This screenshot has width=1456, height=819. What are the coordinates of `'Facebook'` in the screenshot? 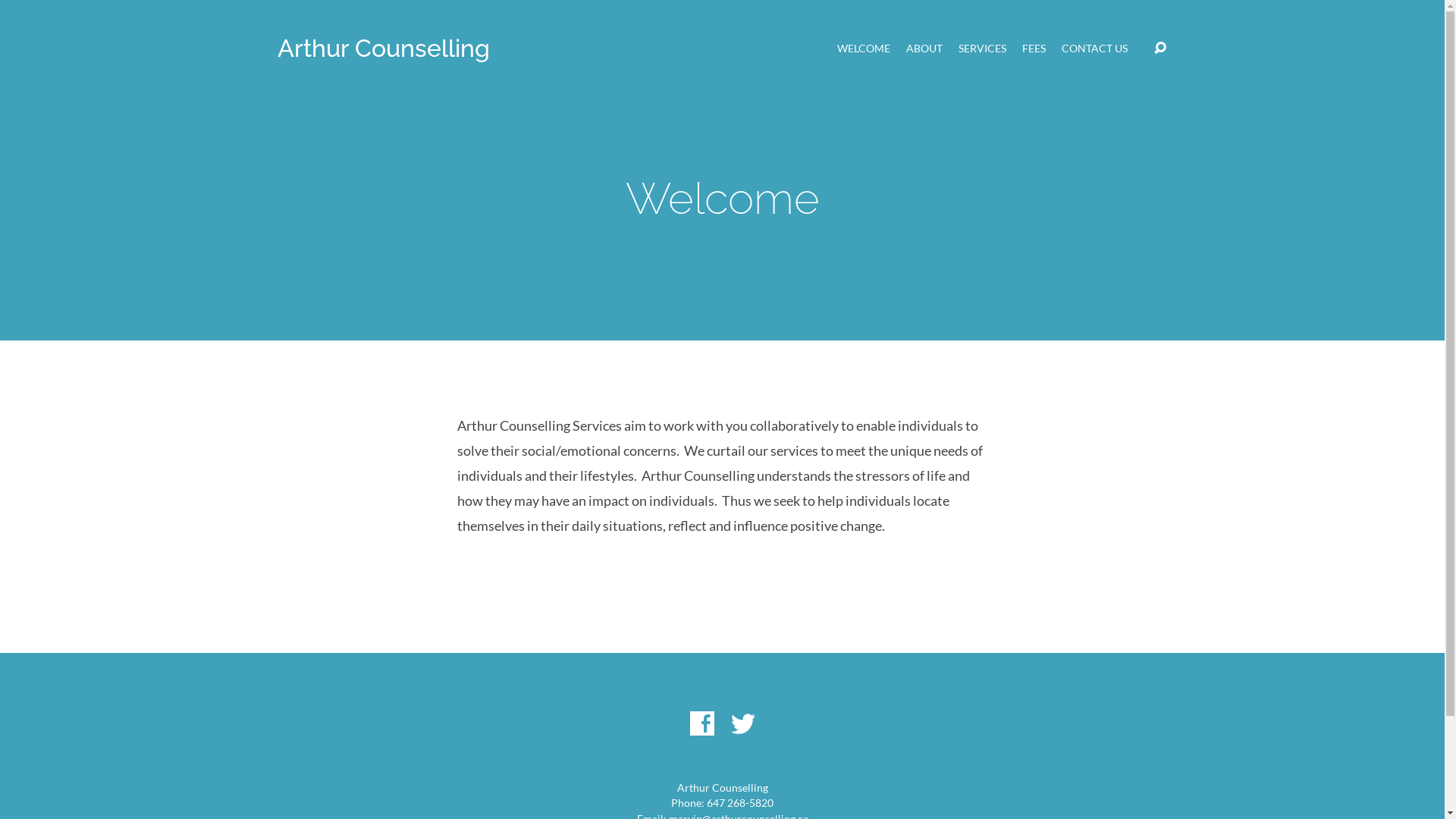 It's located at (701, 722).